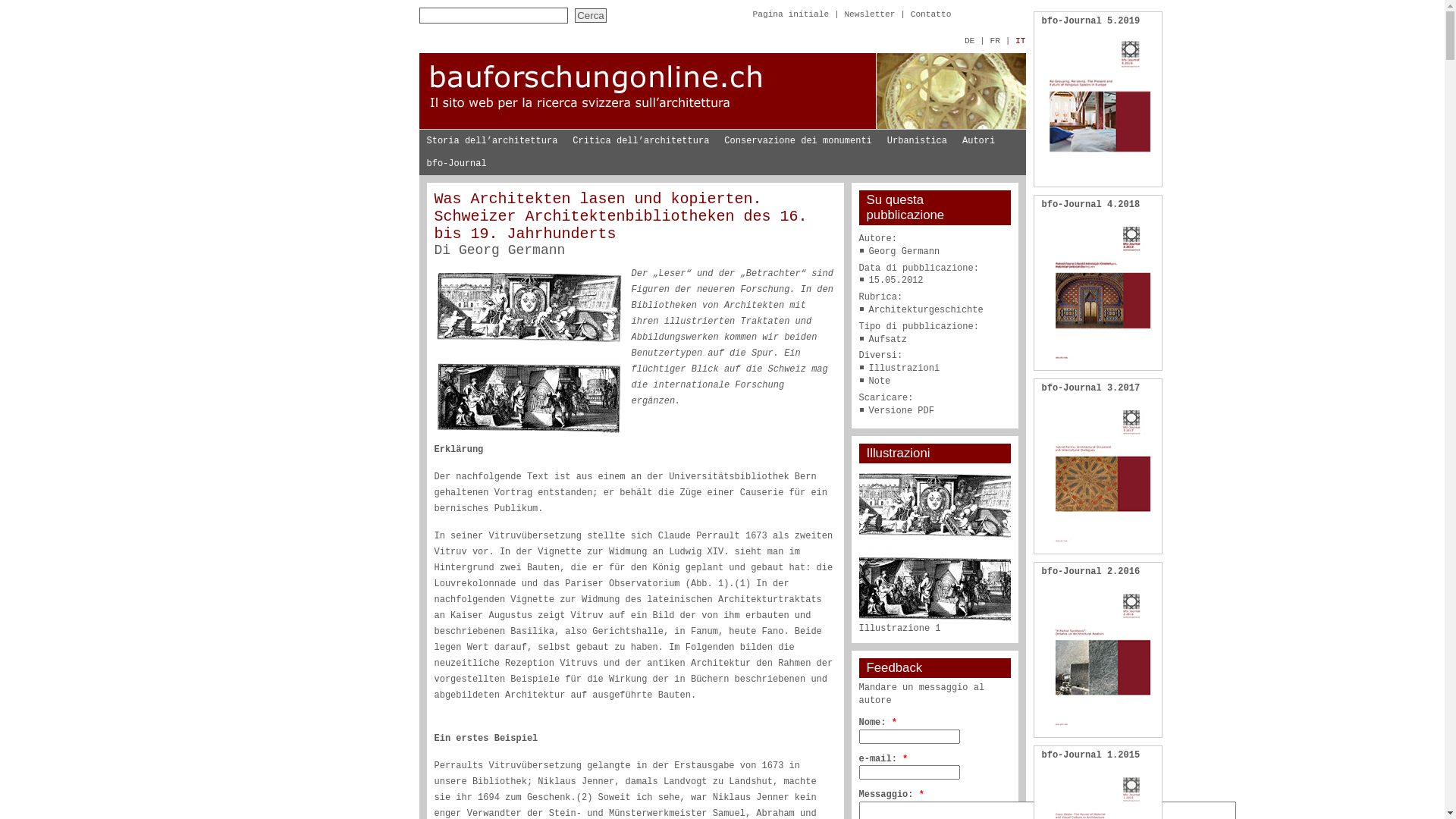  Describe the element at coordinates (796, 140) in the screenshot. I see `'Conservazione dei monumenti'` at that location.